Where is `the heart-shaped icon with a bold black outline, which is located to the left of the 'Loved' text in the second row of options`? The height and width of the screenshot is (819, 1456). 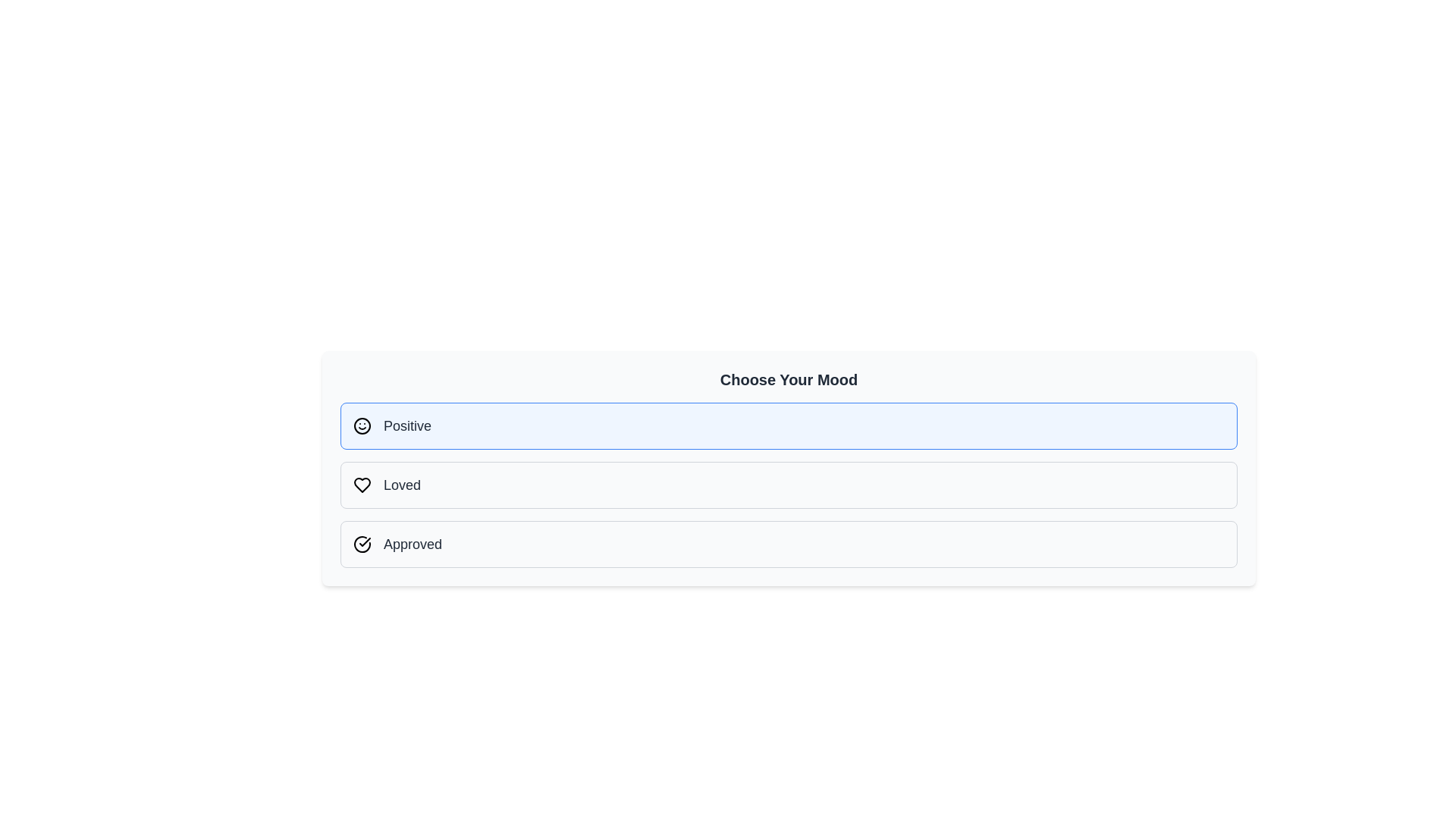 the heart-shaped icon with a bold black outline, which is located to the left of the 'Loved' text in the second row of options is located at coordinates (362, 485).